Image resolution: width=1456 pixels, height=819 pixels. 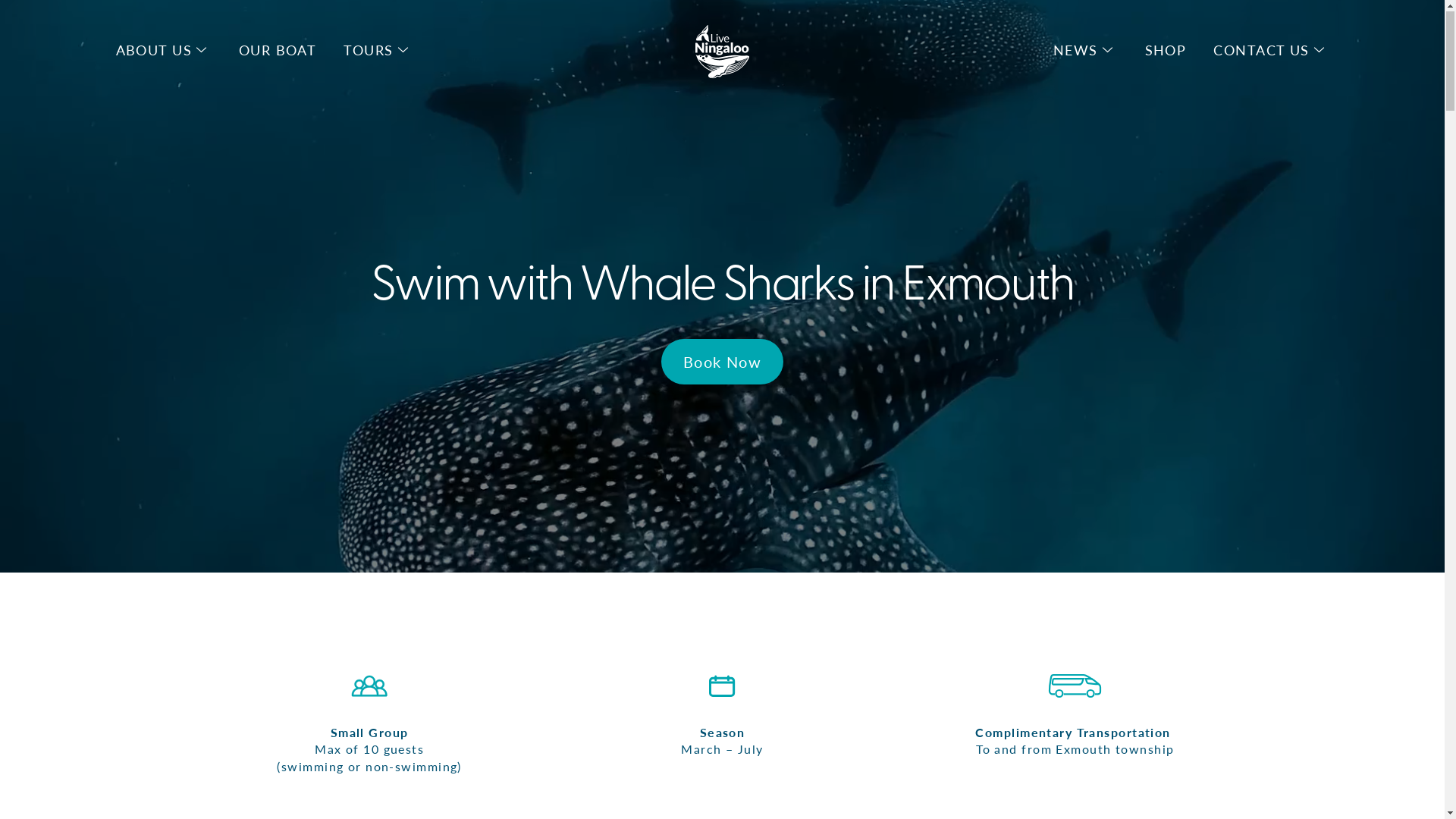 I want to click on 'CONTACT US', so click(x=1260, y=49).